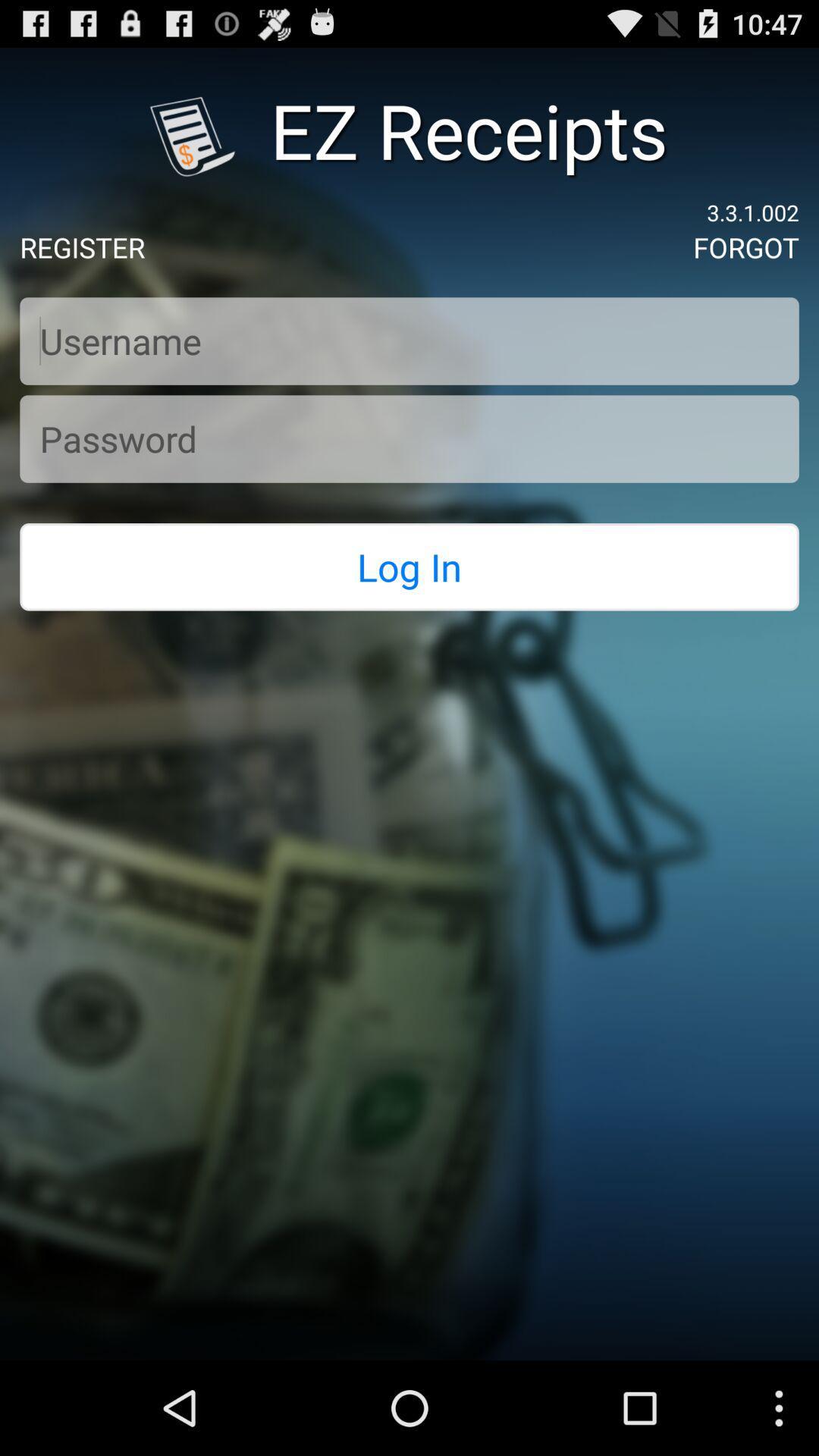 This screenshot has height=1456, width=819. Describe the element at coordinates (745, 247) in the screenshot. I see `the forgot icon` at that location.